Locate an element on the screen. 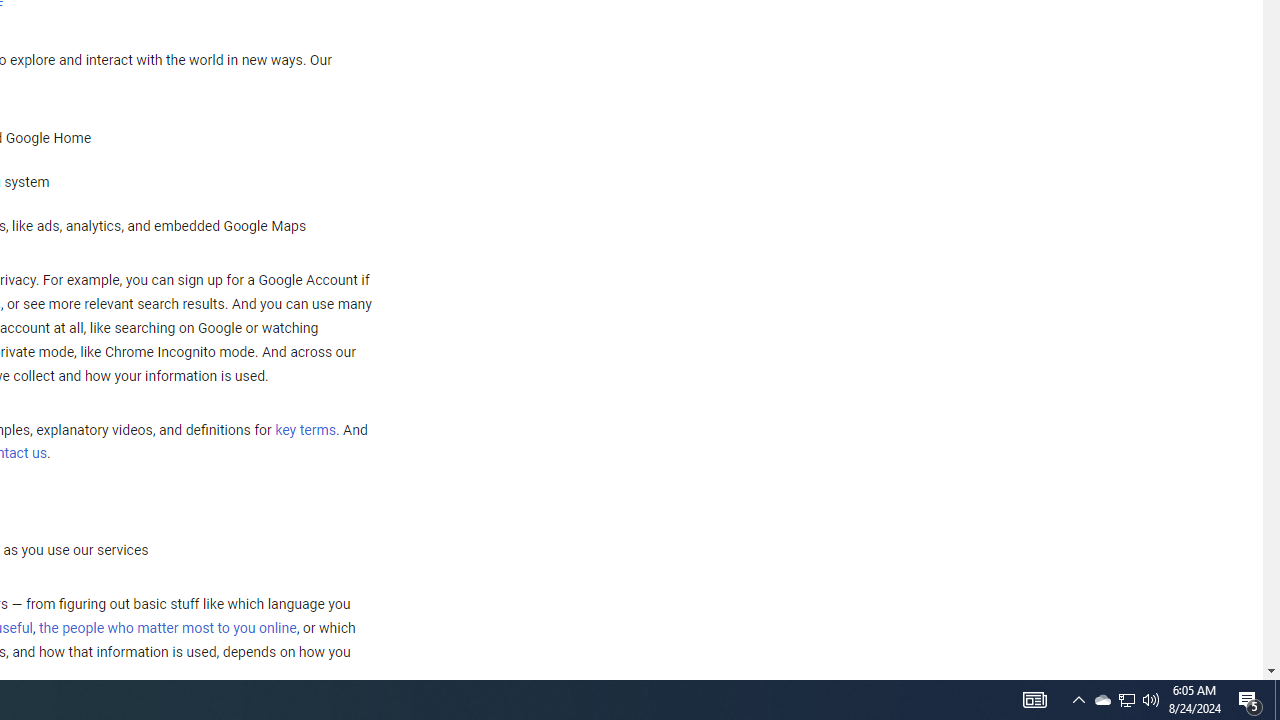 Image resolution: width=1280 pixels, height=720 pixels. 'key terms' is located at coordinates (304, 429).